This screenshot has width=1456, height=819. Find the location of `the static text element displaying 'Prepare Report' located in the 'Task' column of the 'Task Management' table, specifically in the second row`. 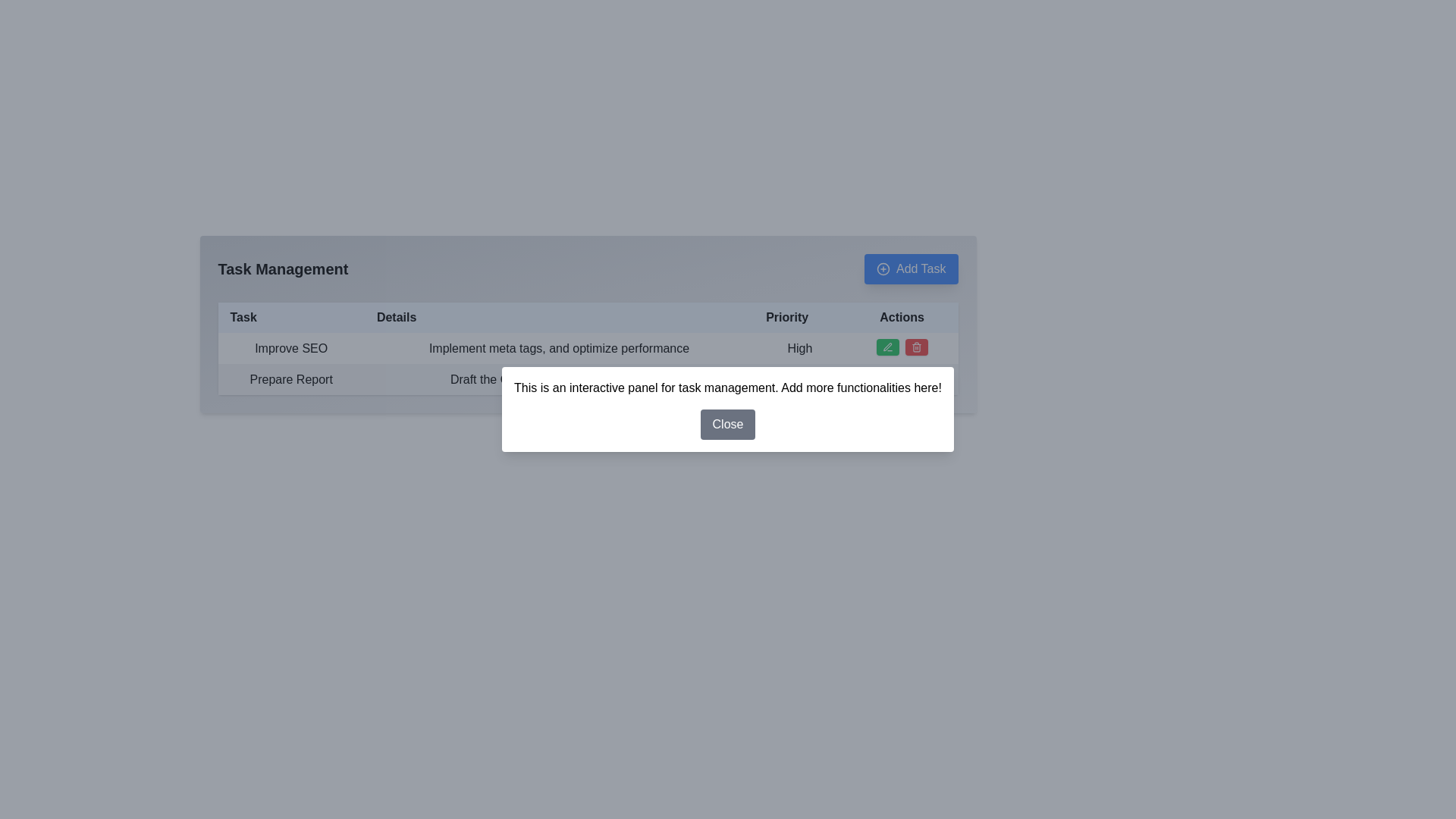

the static text element displaying 'Prepare Report' located in the 'Task' column of the 'Task Management' table, specifically in the second row is located at coordinates (291, 378).